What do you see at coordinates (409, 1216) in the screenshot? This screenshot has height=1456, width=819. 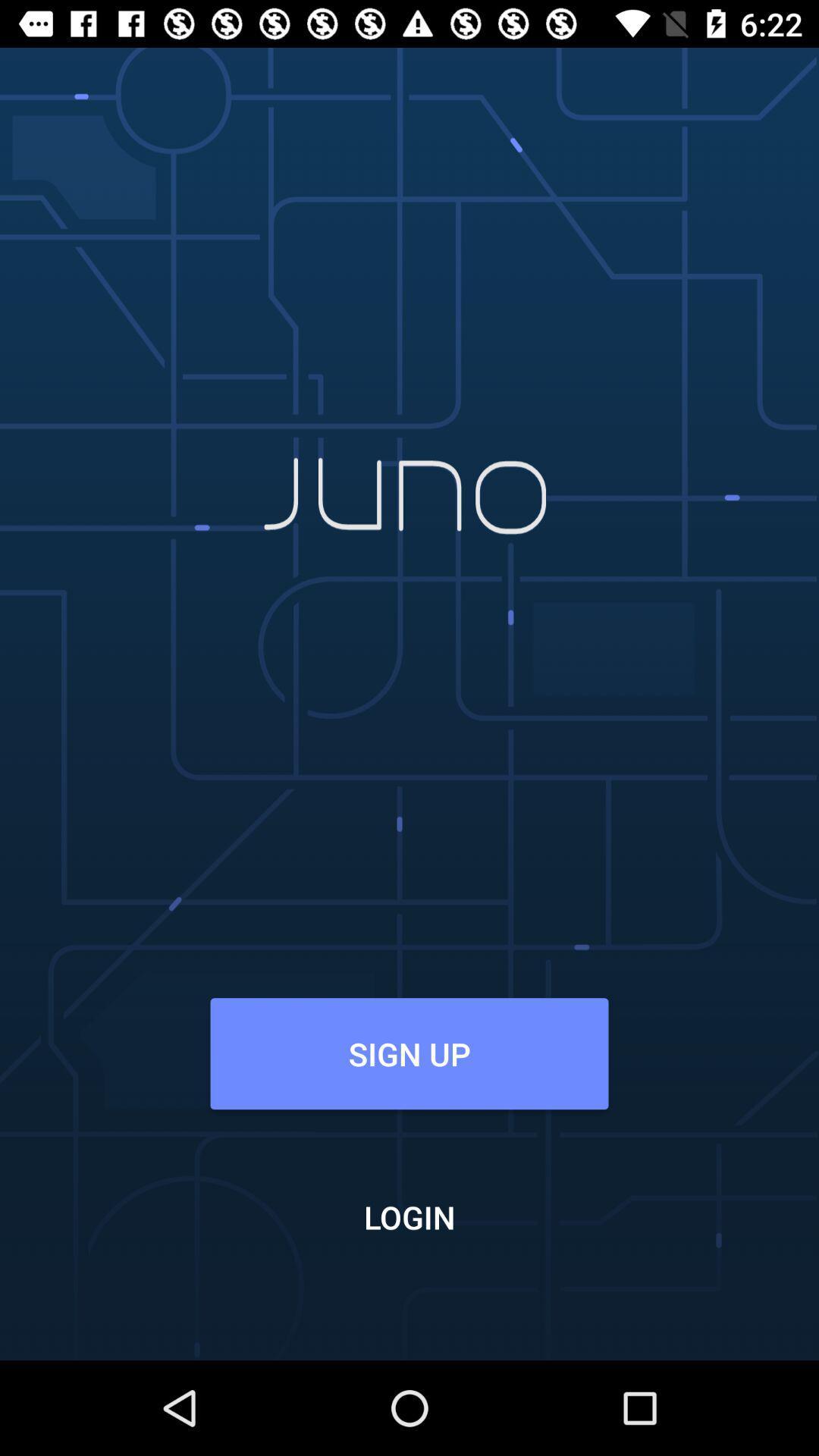 I see `login icon` at bounding box center [409, 1216].